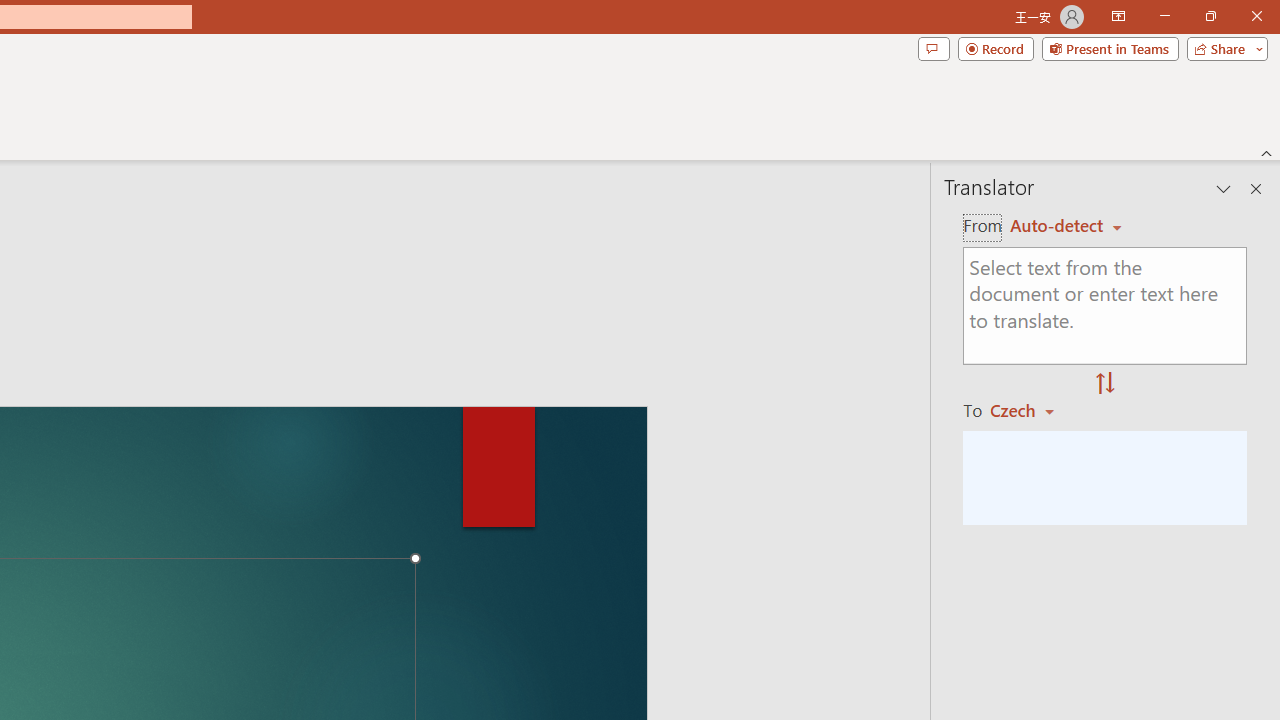 The height and width of the screenshot is (720, 1280). I want to click on 'Share', so click(1222, 47).